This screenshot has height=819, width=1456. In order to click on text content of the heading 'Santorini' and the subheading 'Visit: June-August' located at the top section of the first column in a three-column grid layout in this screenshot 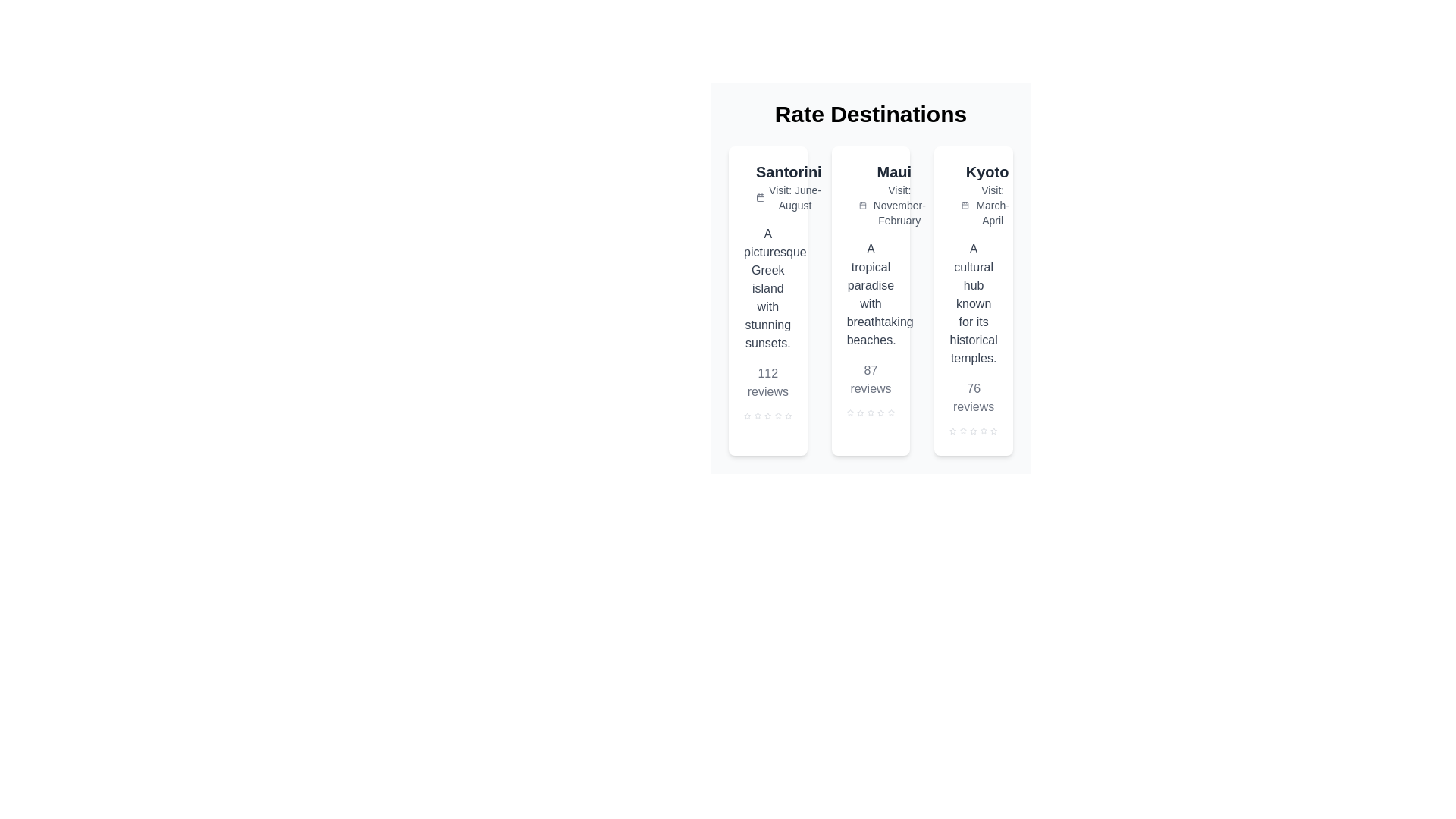, I will do `click(767, 186)`.